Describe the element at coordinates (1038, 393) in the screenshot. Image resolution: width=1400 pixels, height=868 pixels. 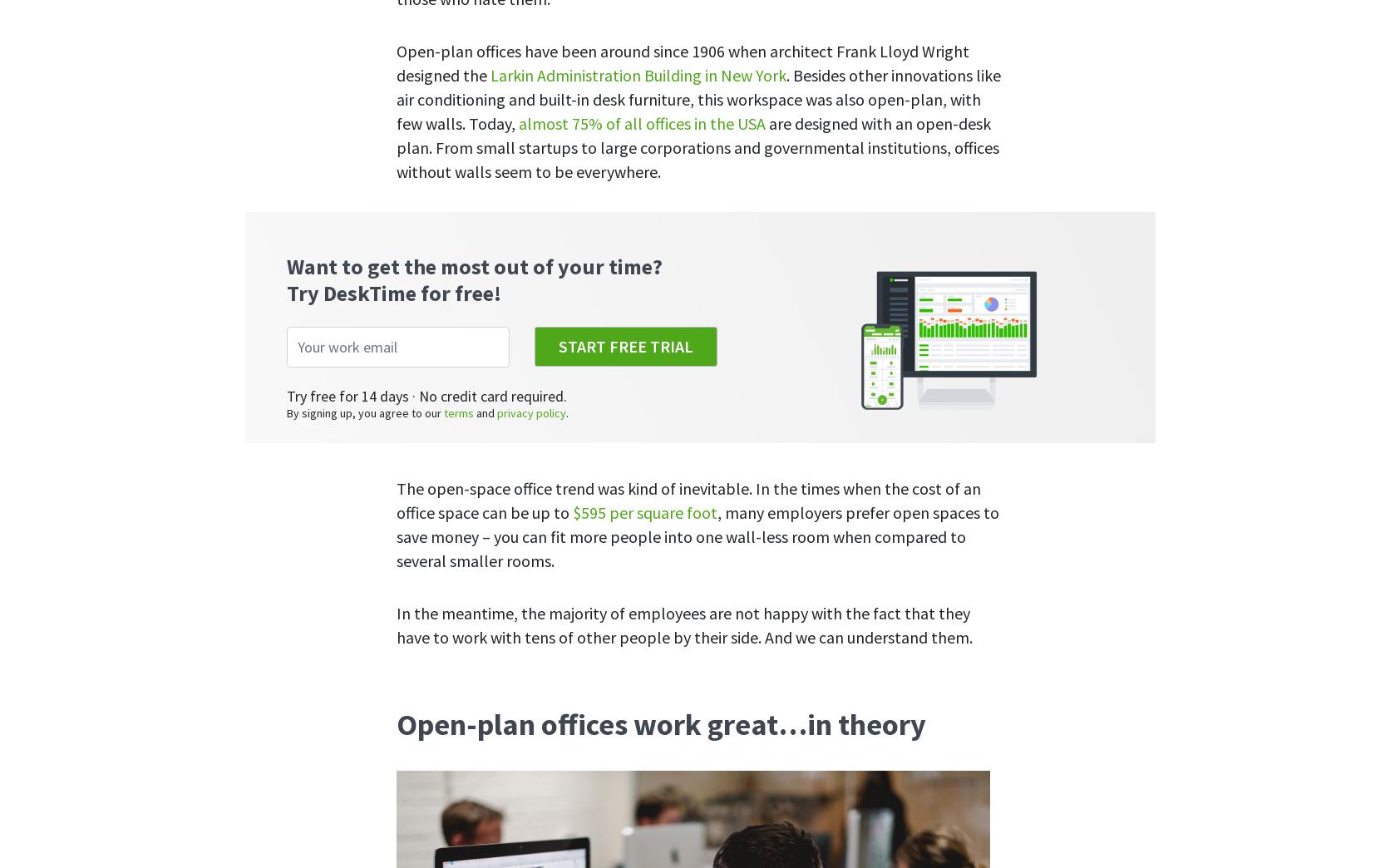
I see `'Schedule a call'` at that location.